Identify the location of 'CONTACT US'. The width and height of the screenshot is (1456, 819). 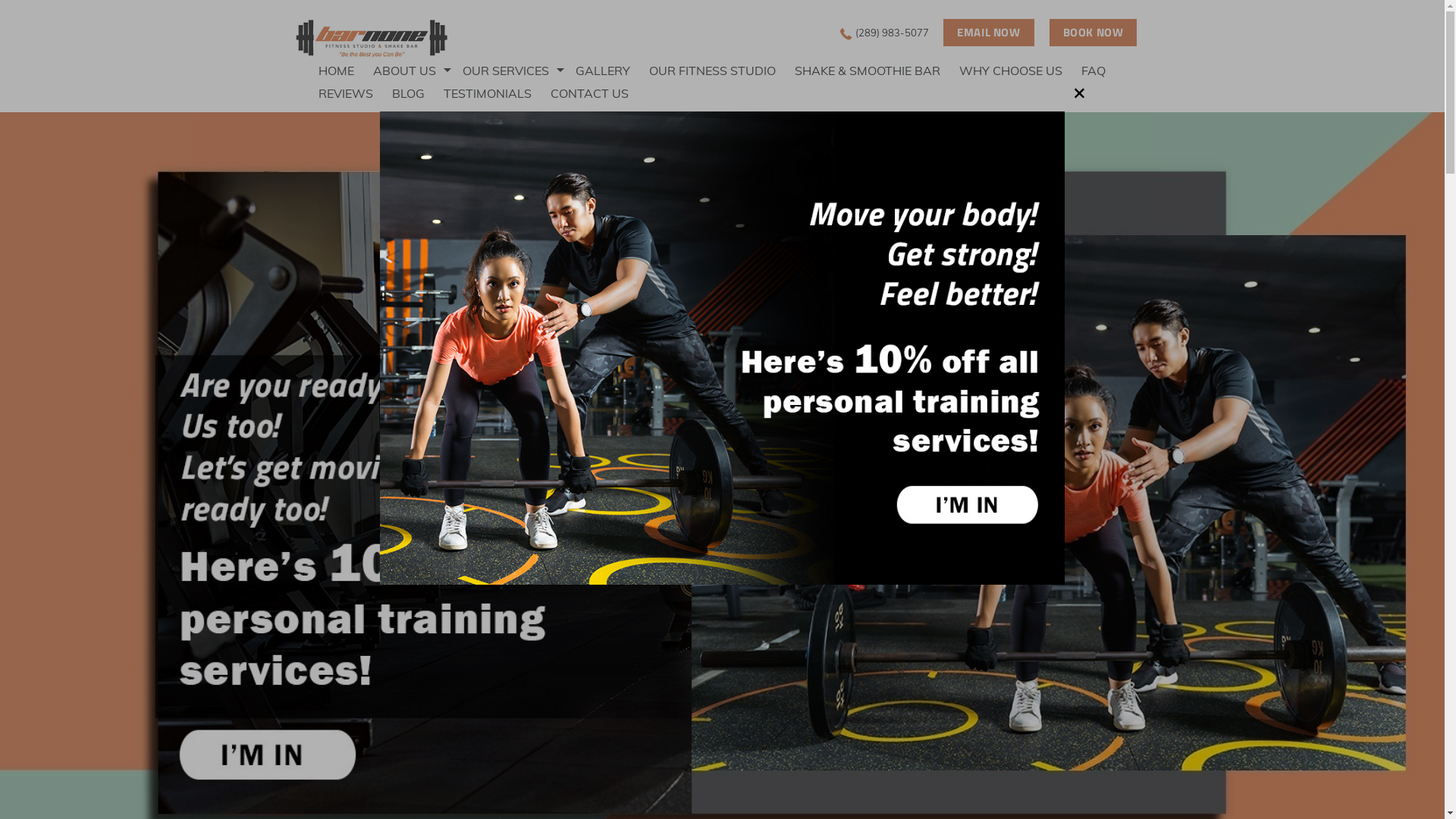
(598, 93).